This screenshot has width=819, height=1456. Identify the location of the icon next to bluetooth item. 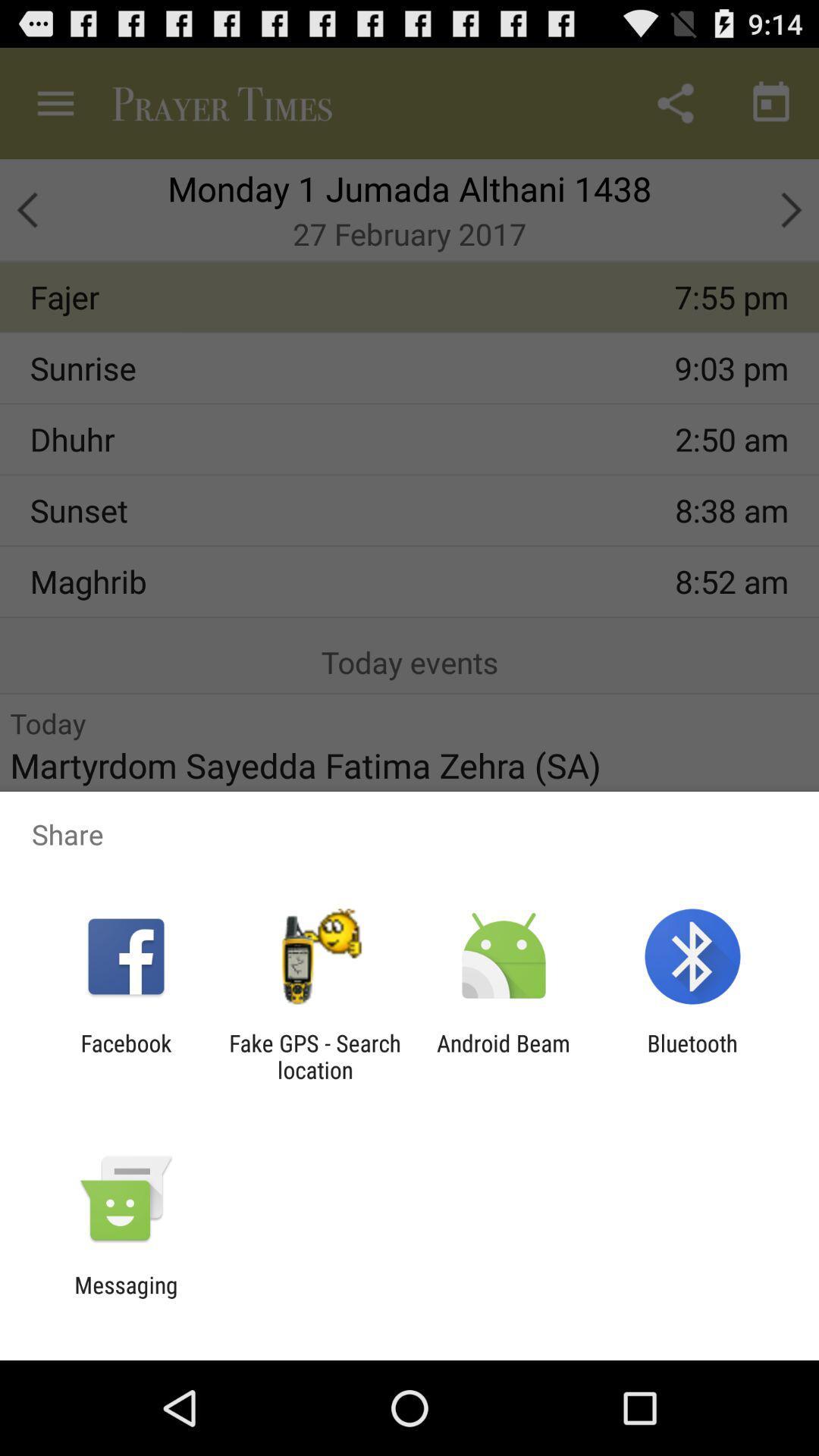
(504, 1056).